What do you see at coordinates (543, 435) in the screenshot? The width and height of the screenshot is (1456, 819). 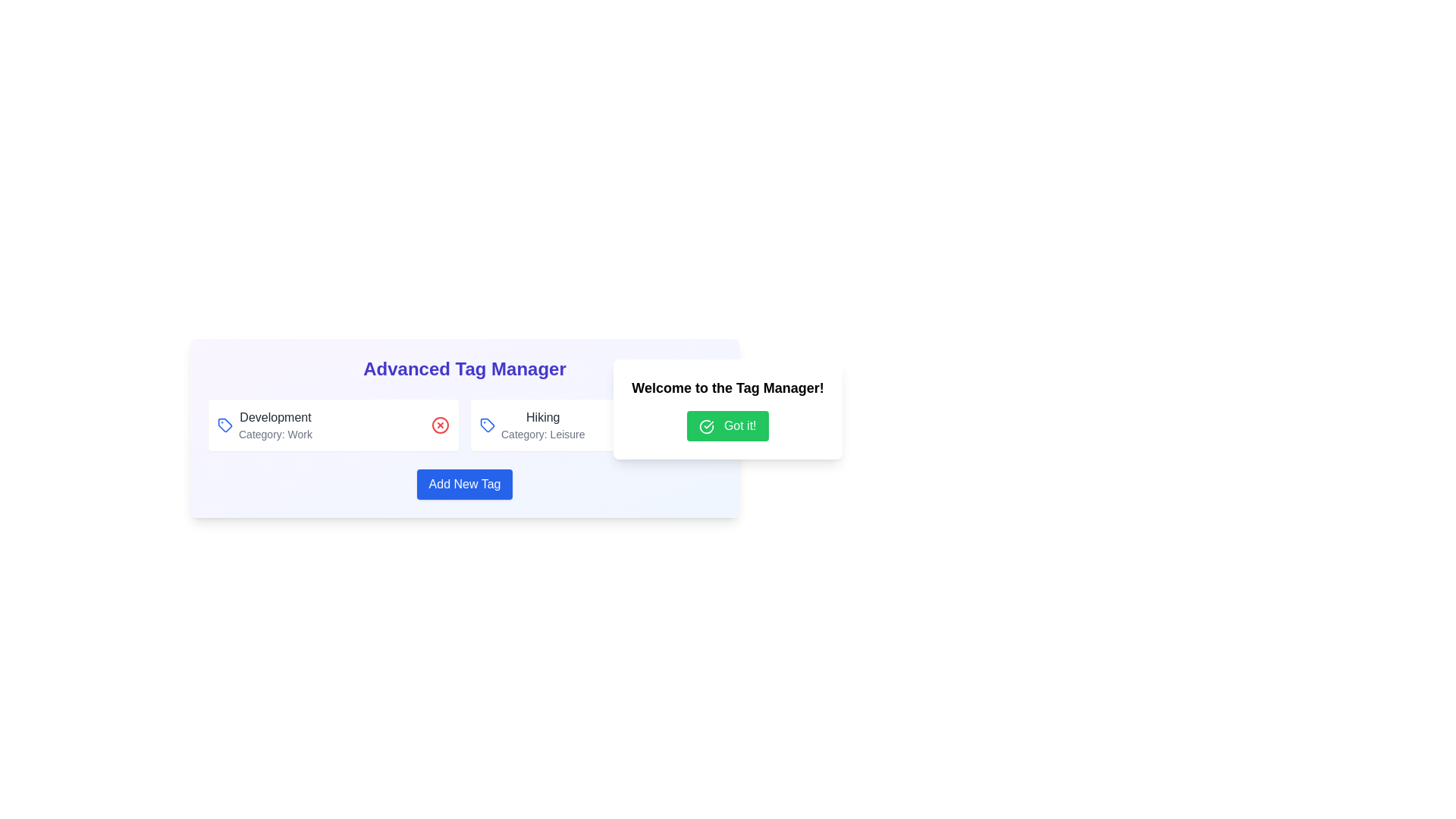 I see `static text element that contains 'Category: Leisure', styled in a smaller font size and gray color, positioned below 'Hiking' within the second tile of the 'Advanced Tag Manager' section` at bounding box center [543, 435].